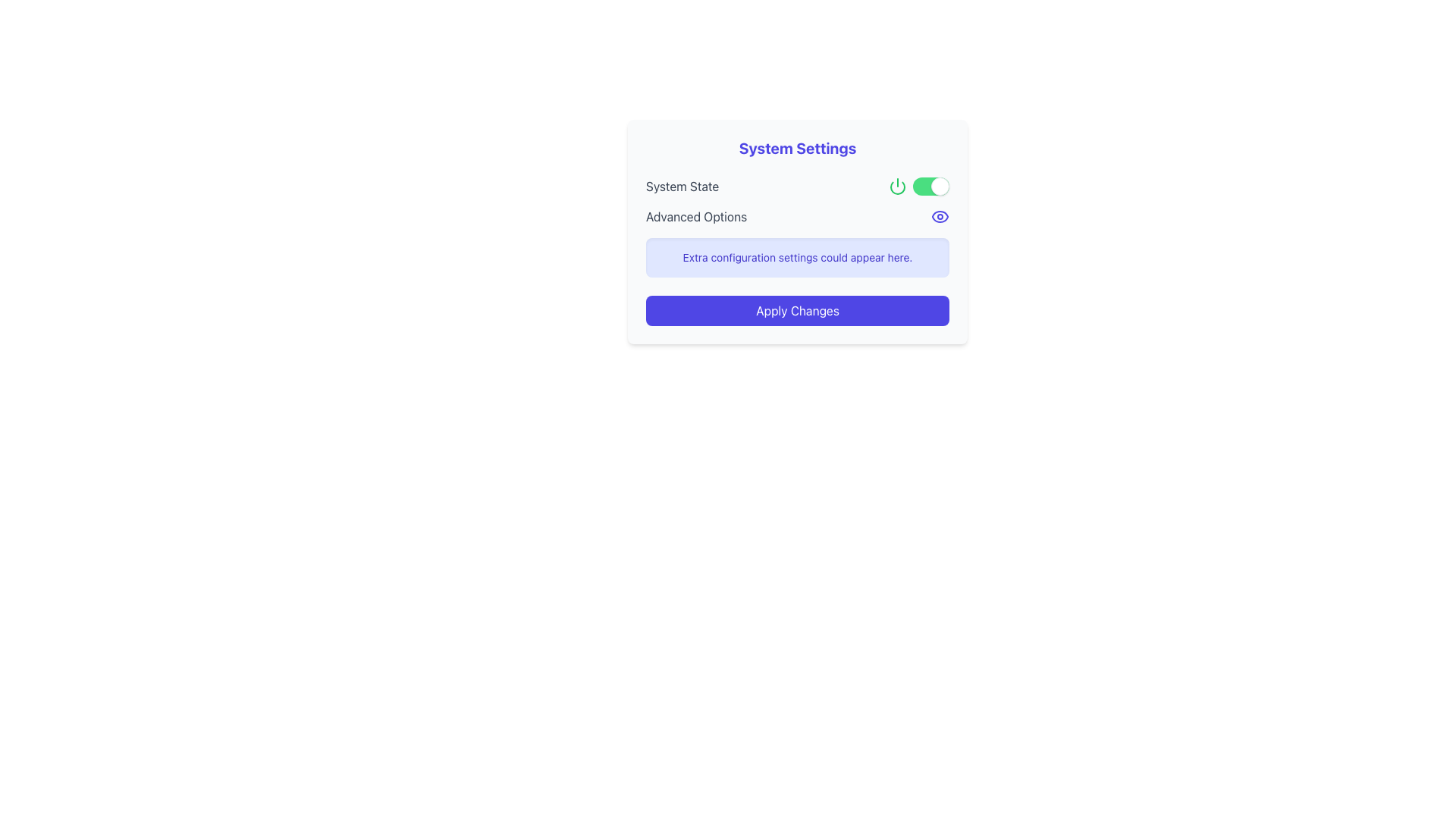 Image resolution: width=1456 pixels, height=819 pixels. What do you see at coordinates (930, 186) in the screenshot?
I see `the toggle switch located in the 'System Settings' section, to the right of the 'System State' label and the green power icon` at bounding box center [930, 186].